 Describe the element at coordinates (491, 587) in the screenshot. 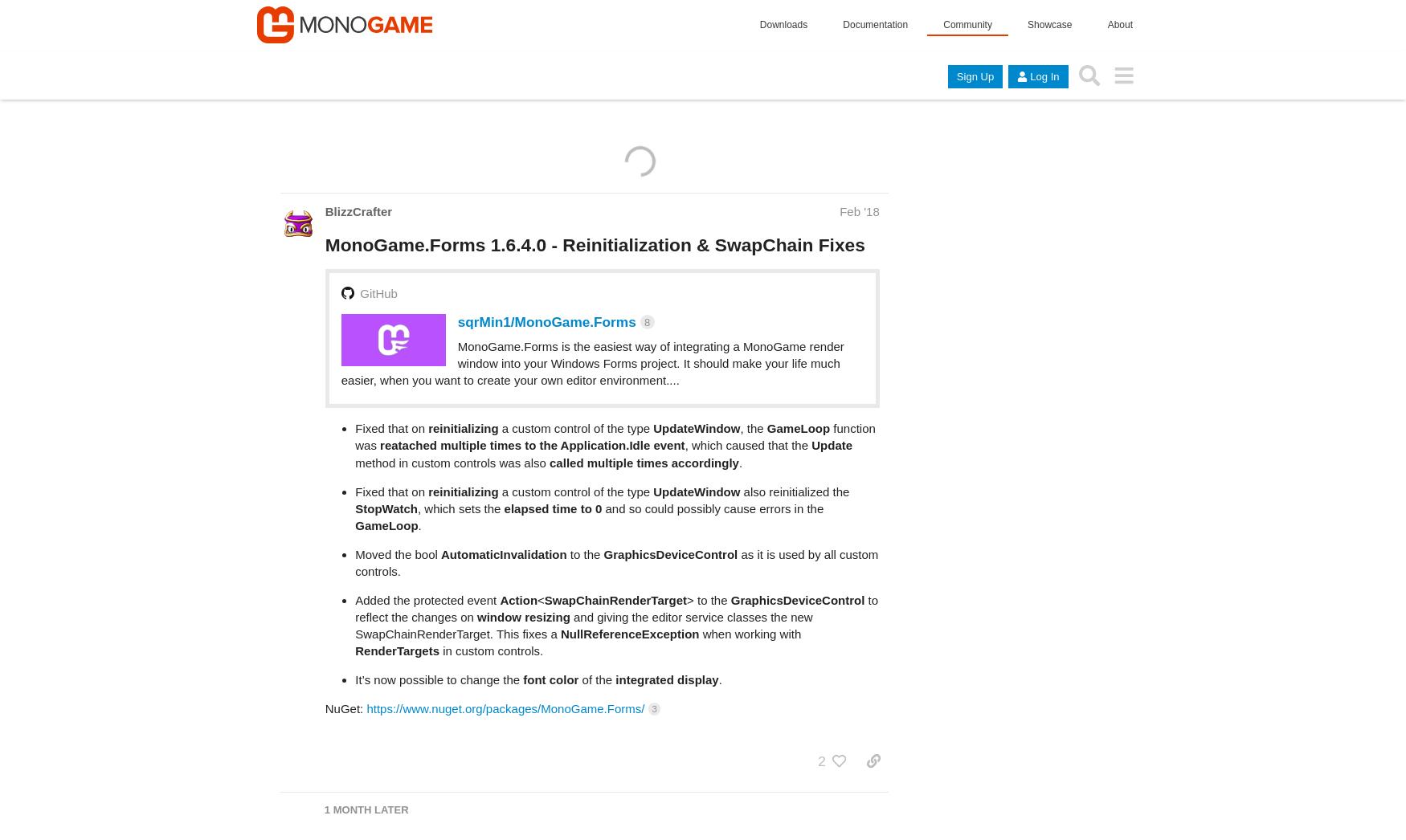

I see `'in custom controls.'` at that location.